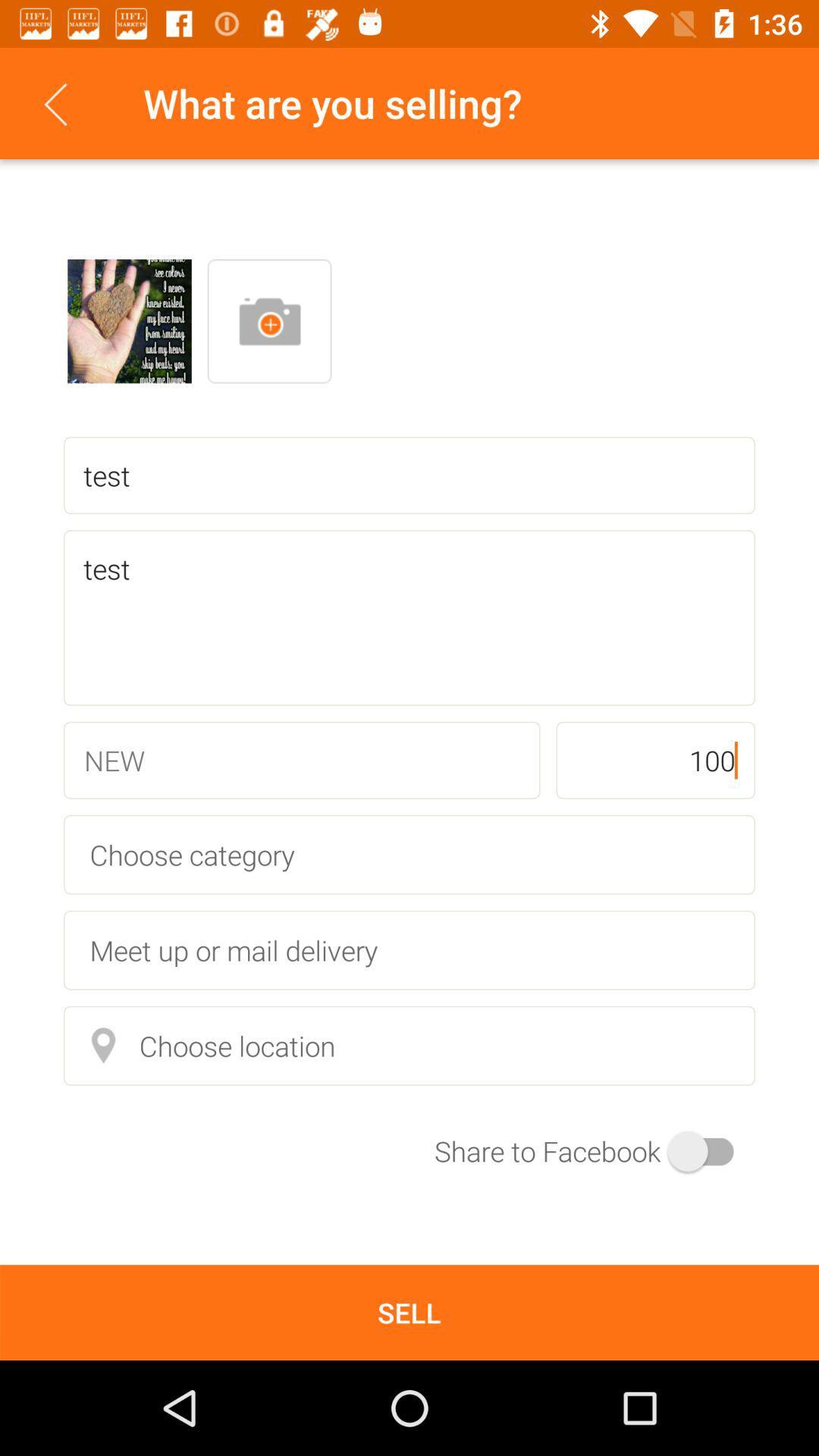  What do you see at coordinates (409, 949) in the screenshot?
I see `icon below choose category item` at bounding box center [409, 949].